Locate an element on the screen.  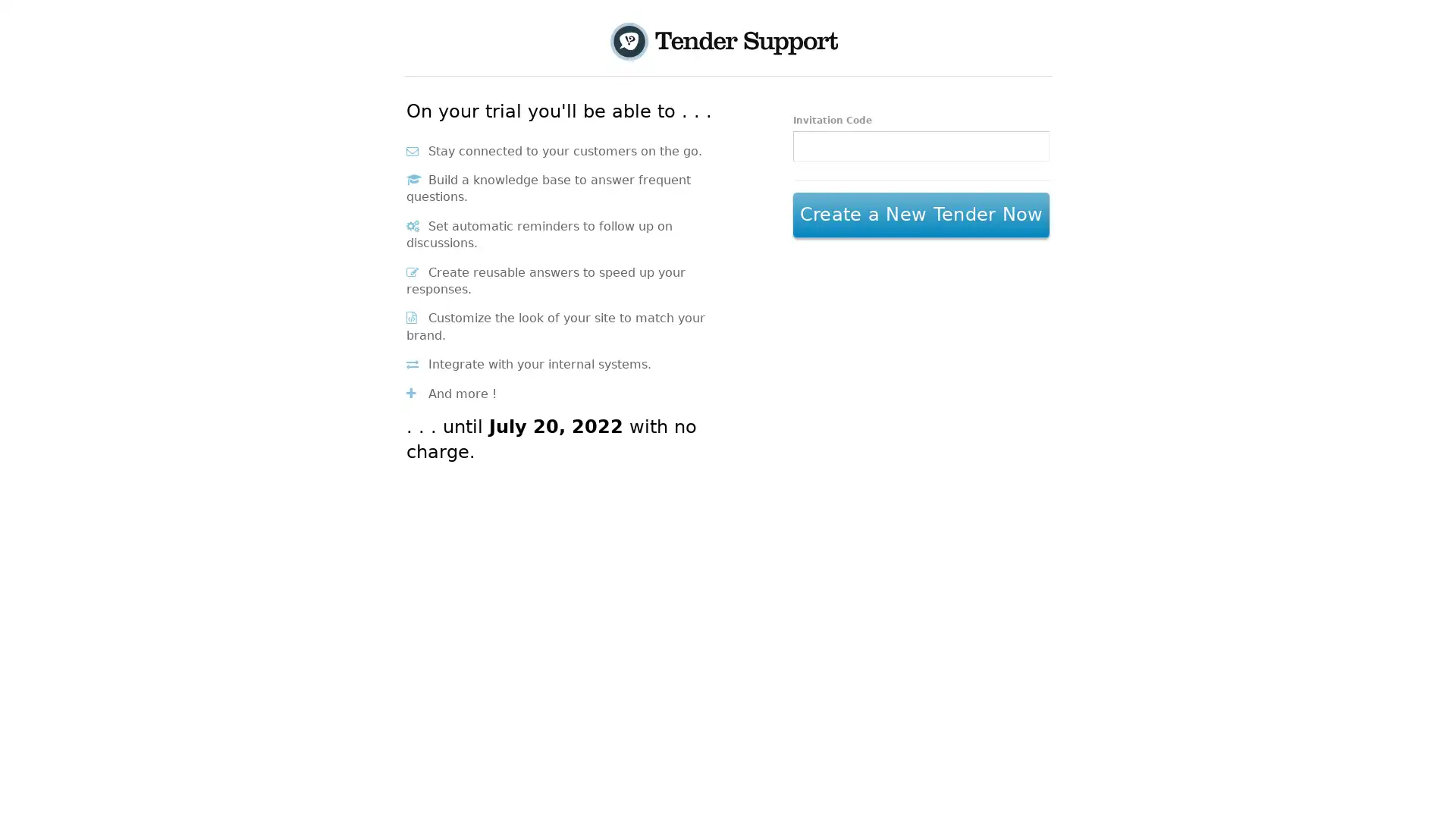
Create a New Tender Now is located at coordinates (920, 215).